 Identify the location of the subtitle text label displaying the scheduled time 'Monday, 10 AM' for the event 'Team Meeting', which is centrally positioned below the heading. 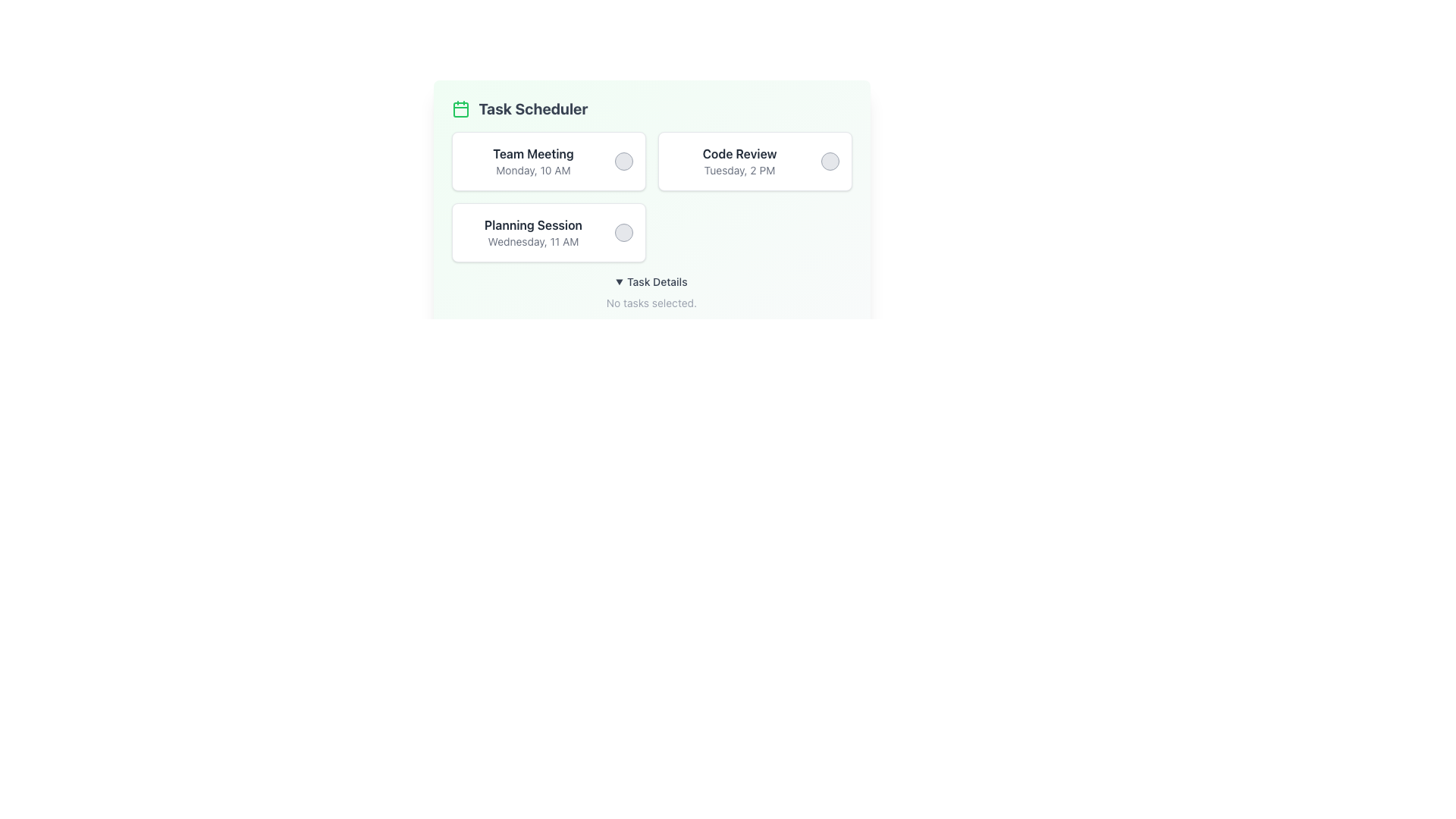
(533, 170).